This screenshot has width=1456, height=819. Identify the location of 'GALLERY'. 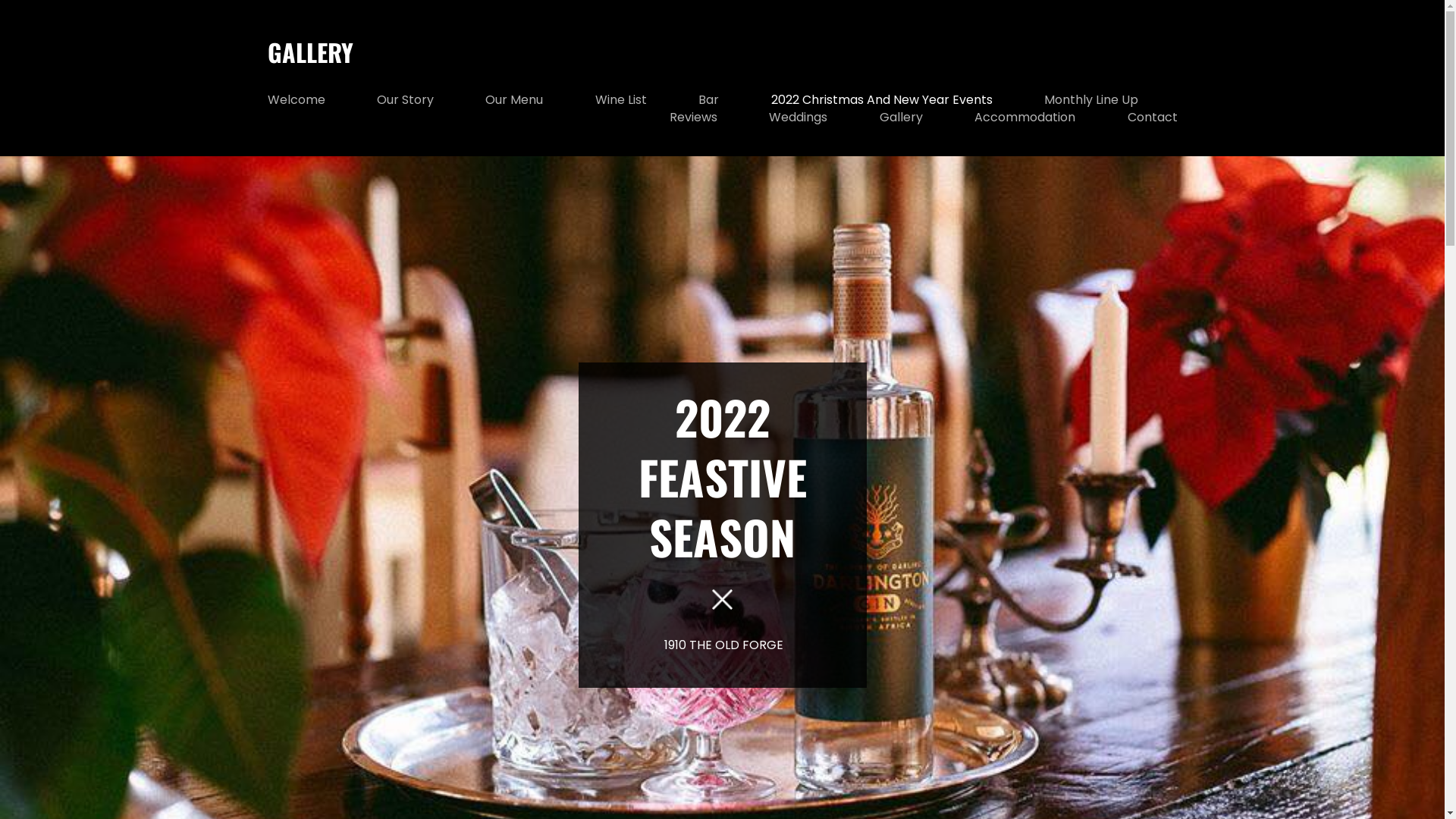
(309, 51).